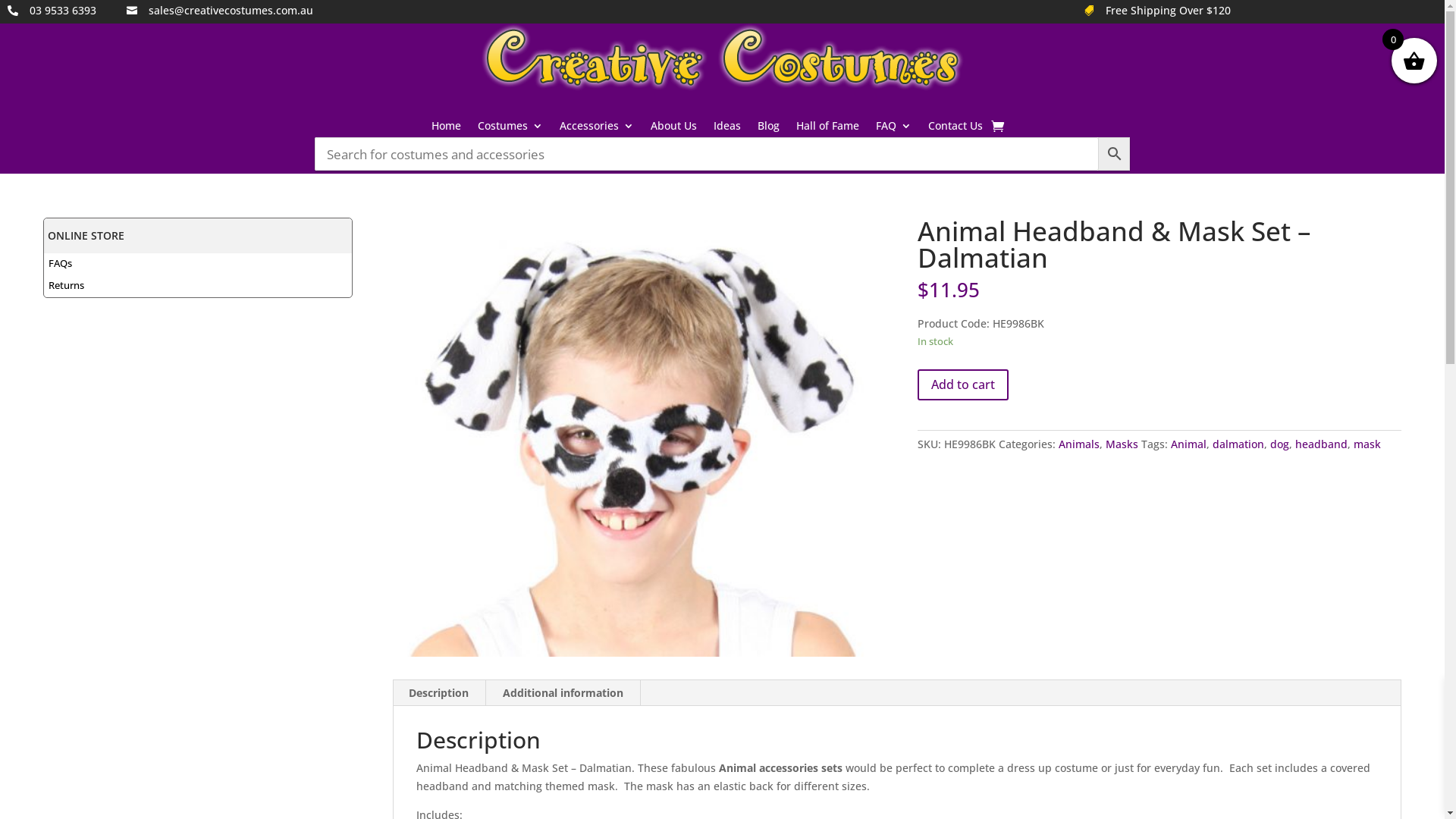  Describe the element at coordinates (1238, 444) in the screenshot. I see `'dalmation'` at that location.